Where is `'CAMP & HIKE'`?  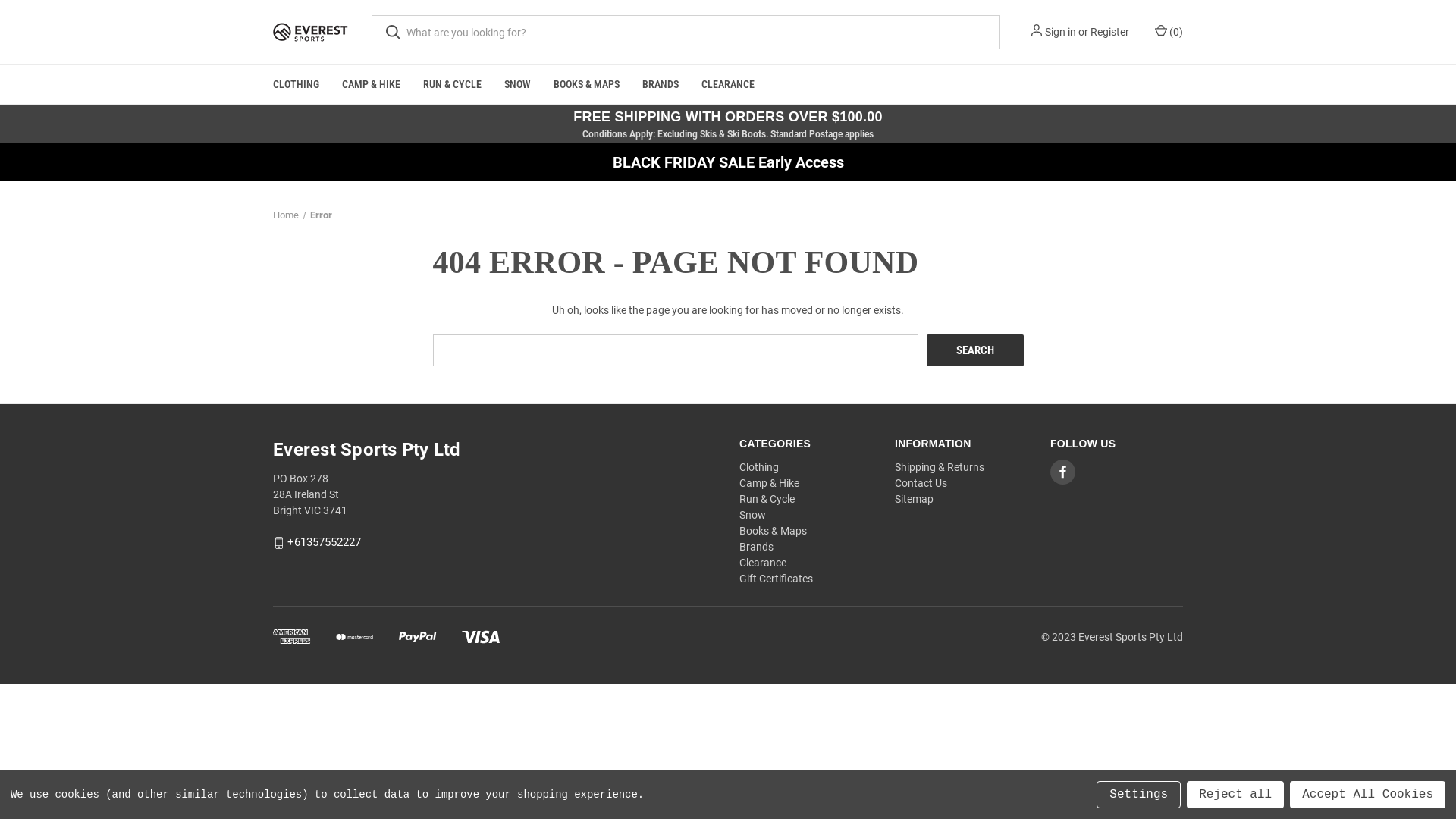 'CAMP & HIKE' is located at coordinates (371, 84).